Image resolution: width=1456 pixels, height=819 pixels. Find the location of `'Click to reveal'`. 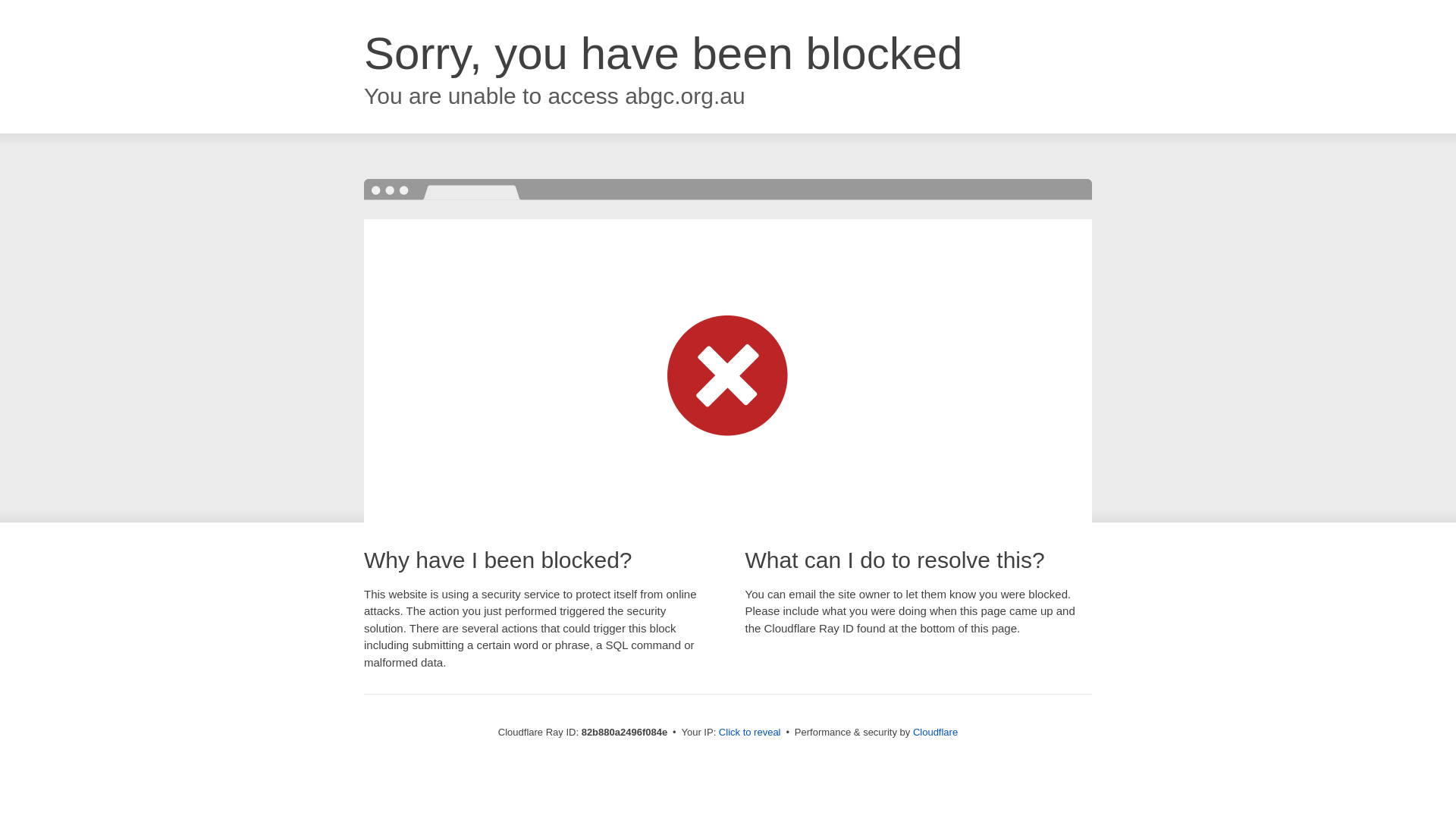

'Click to reveal' is located at coordinates (749, 731).